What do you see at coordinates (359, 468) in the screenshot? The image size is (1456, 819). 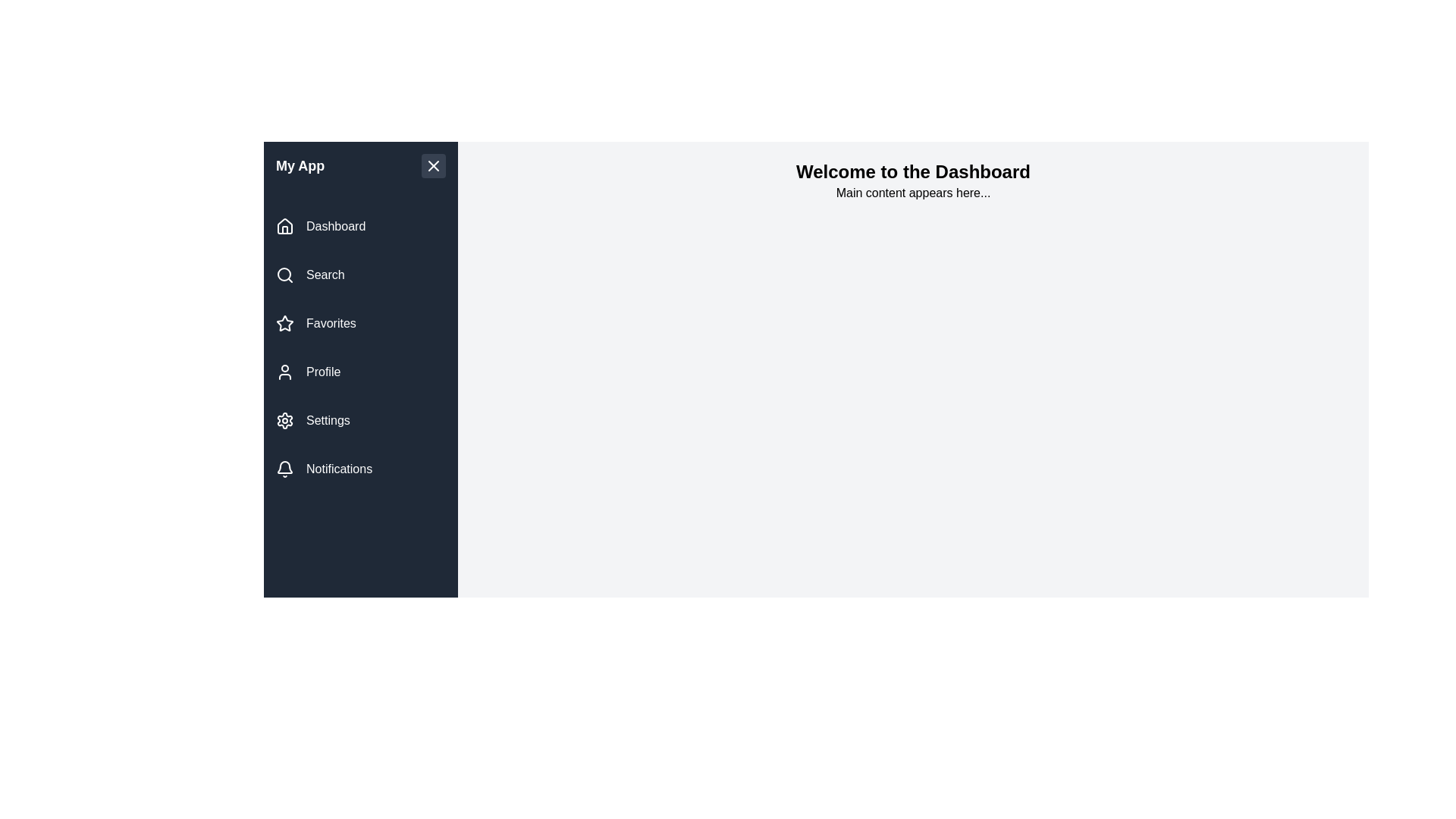 I see `the navigation link labeled Notifications` at bounding box center [359, 468].